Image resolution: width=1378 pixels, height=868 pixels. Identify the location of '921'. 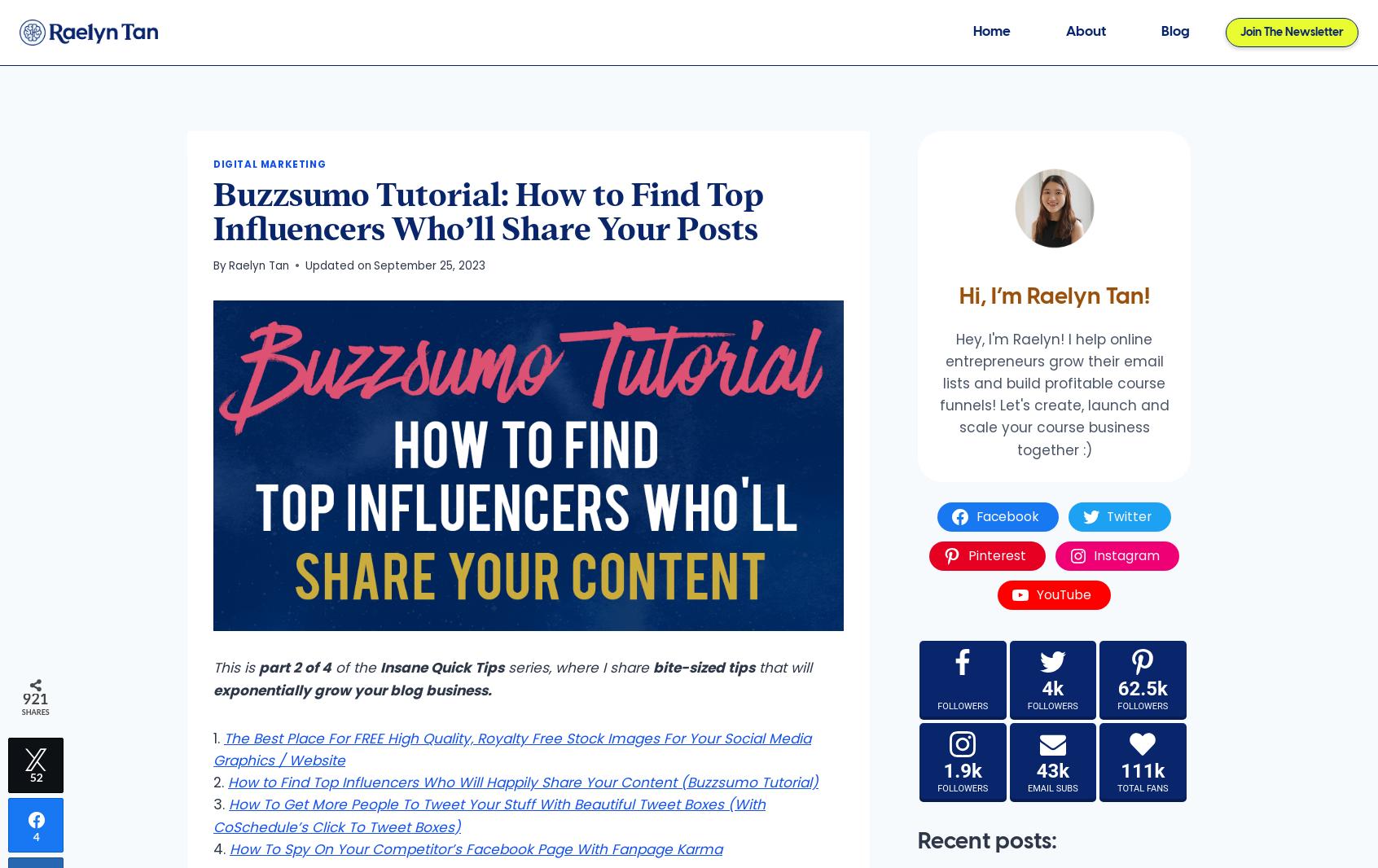
(21, 699).